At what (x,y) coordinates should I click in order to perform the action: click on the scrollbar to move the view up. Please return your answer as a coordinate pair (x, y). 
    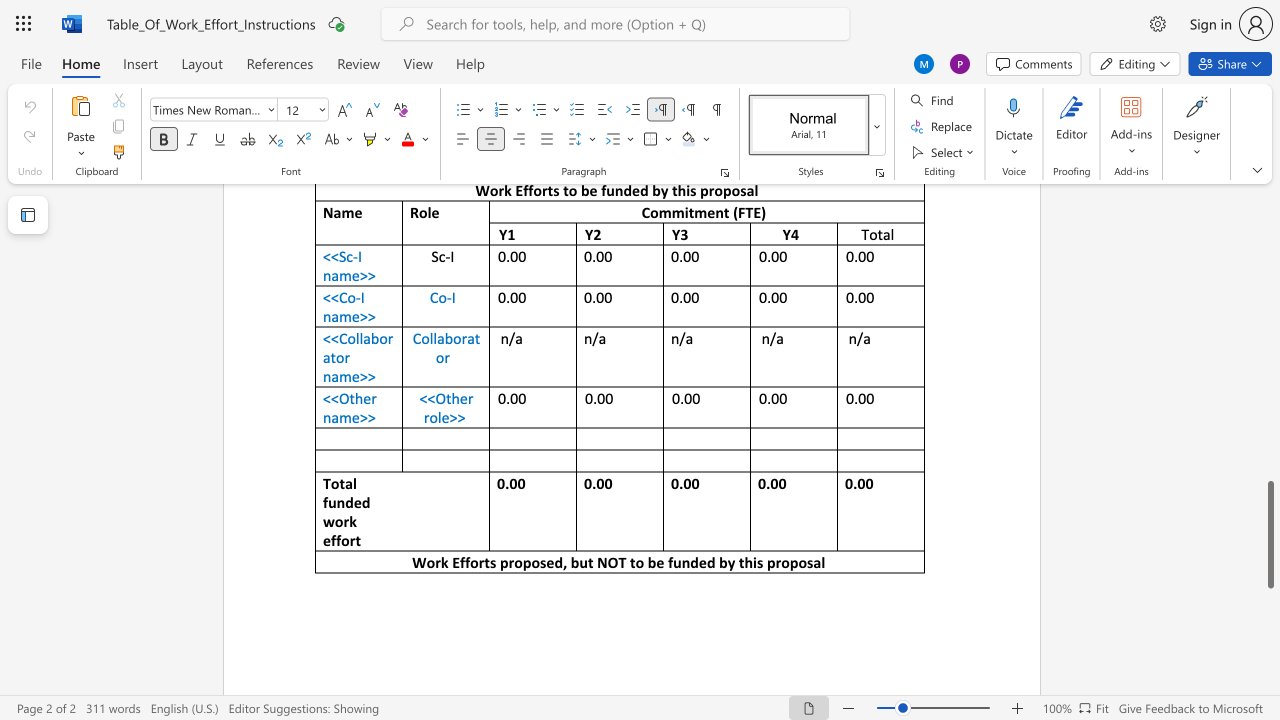
    Looking at the image, I should click on (1269, 290).